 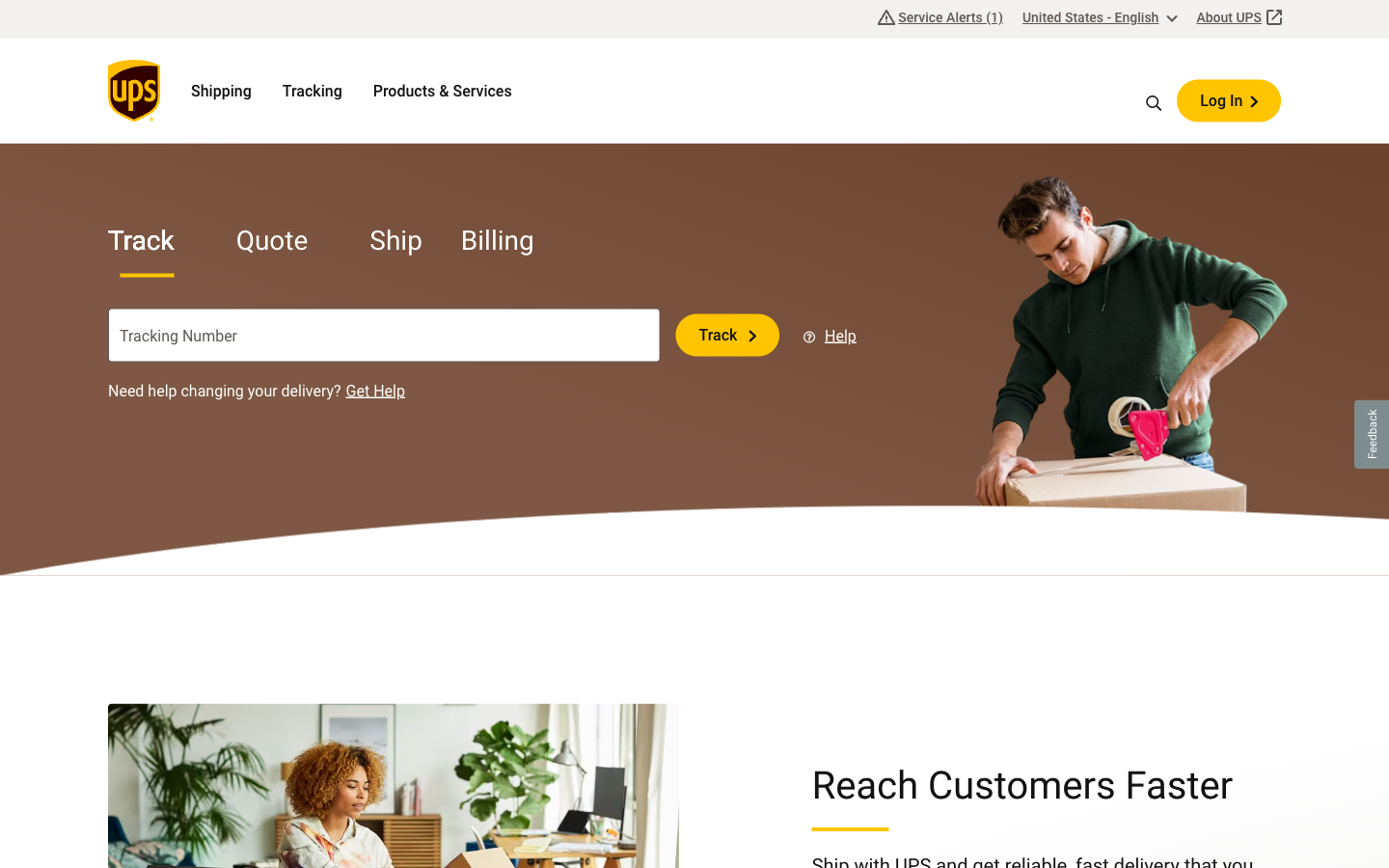 What do you see at coordinates (568, 335) in the screenshot?
I see `Delete the last character in the tracking number found in the tracking box` at bounding box center [568, 335].